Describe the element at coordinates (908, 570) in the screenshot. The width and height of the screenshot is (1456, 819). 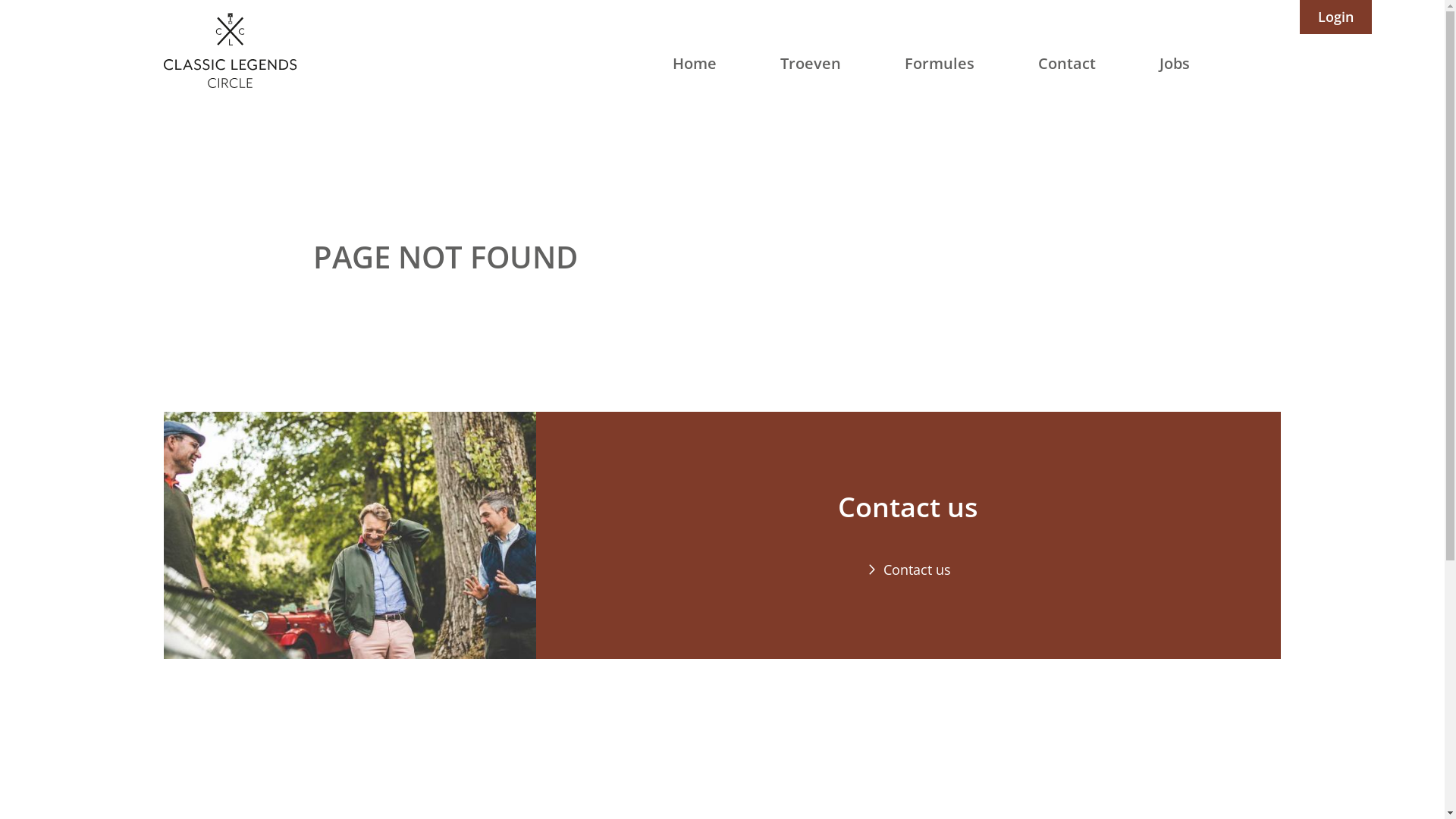
I see `'Contact us'` at that location.